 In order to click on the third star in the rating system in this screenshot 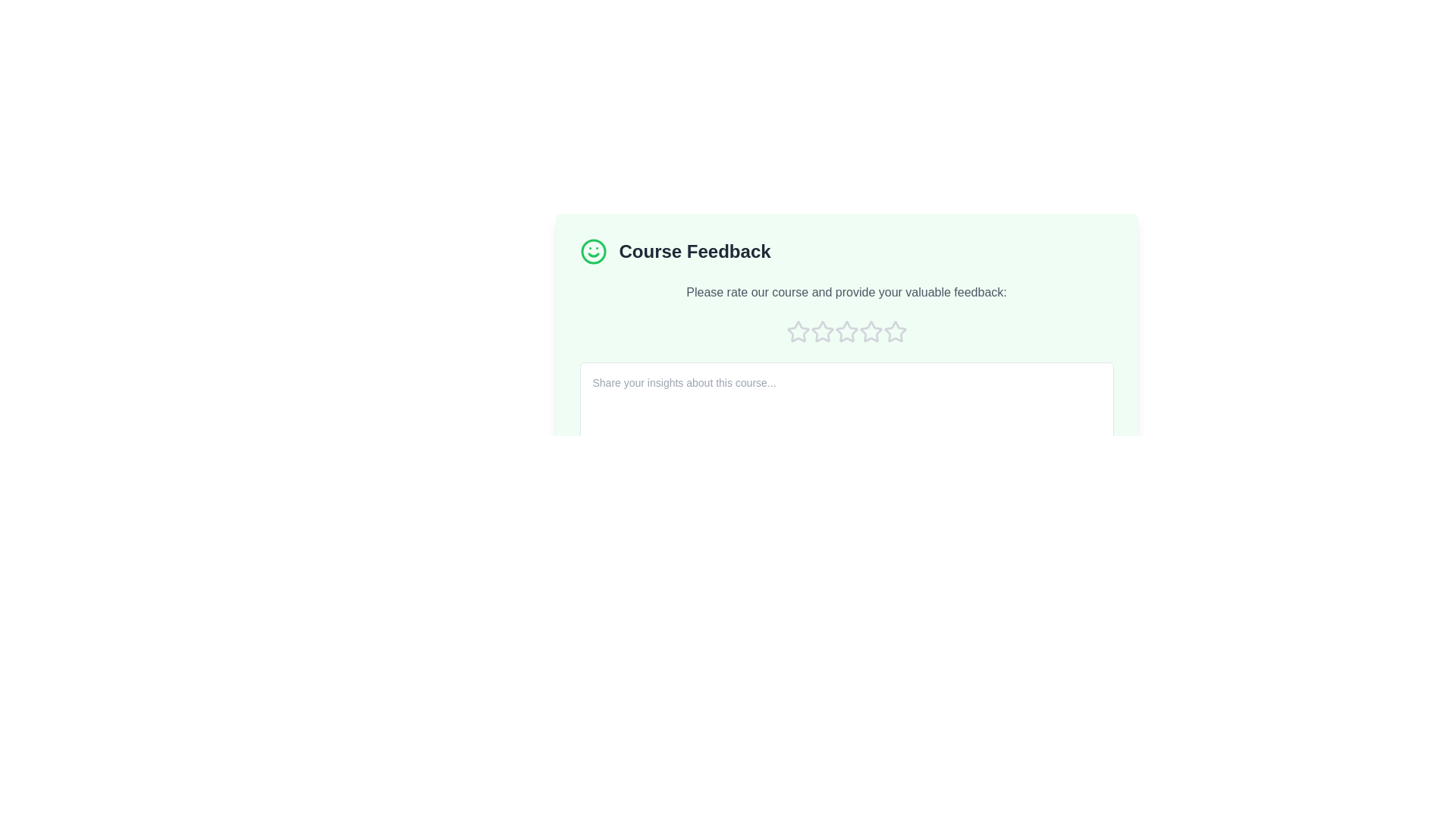, I will do `click(846, 331)`.